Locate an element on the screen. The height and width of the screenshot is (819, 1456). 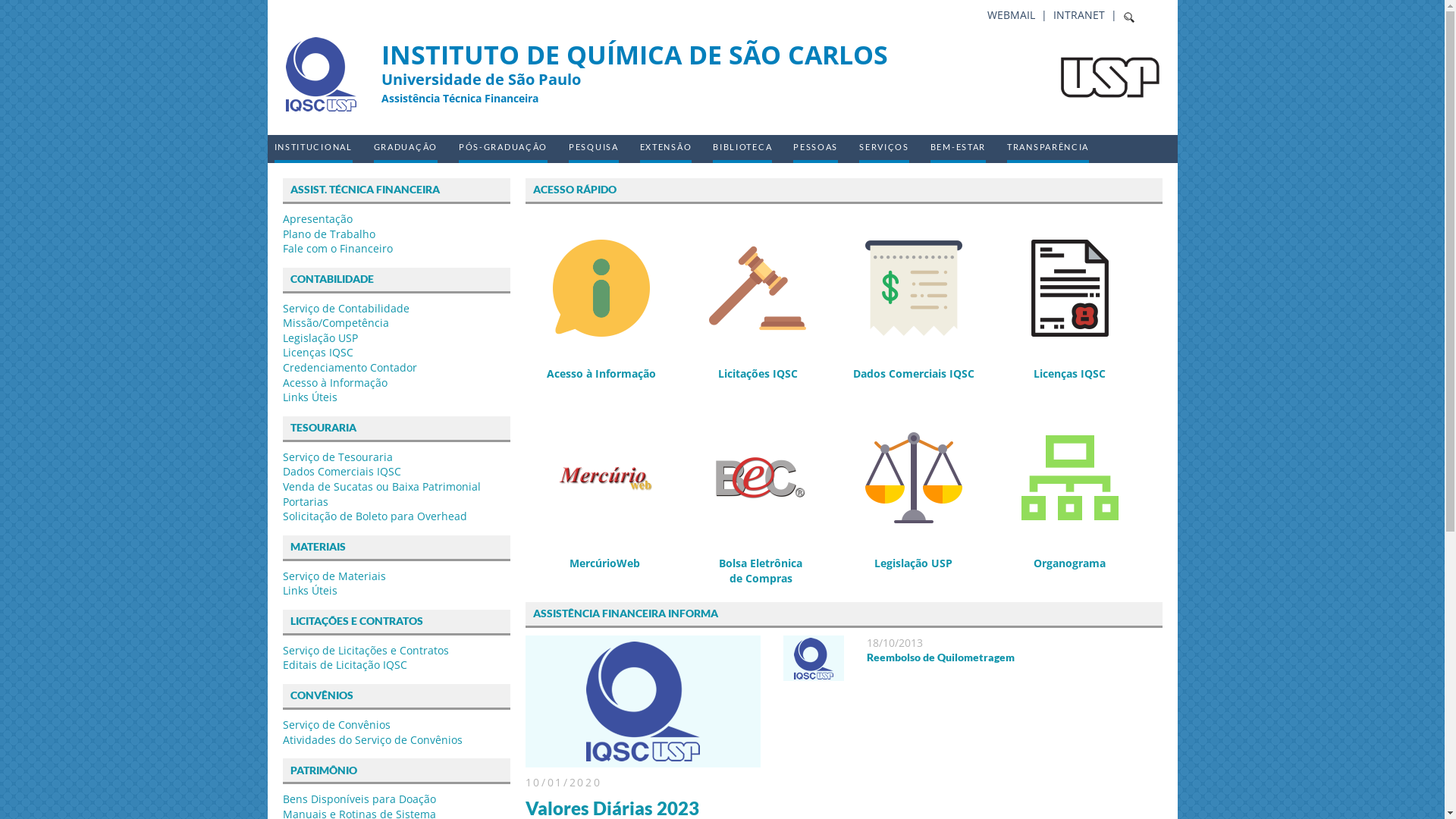
'Fale com o Financeiro' is located at coordinates (282, 247).